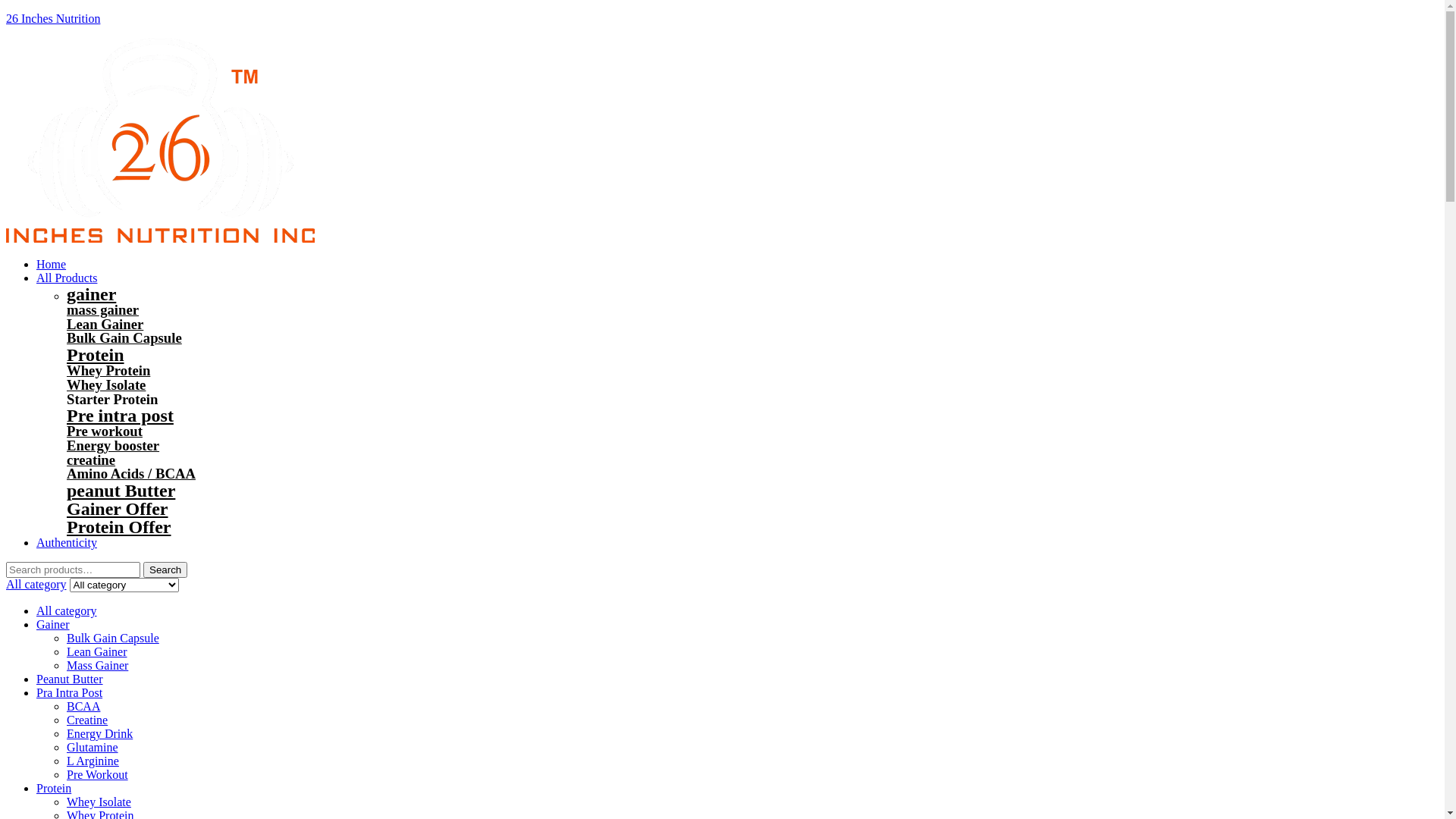 The image size is (1456, 819). I want to click on 'BCAA', so click(65, 706).